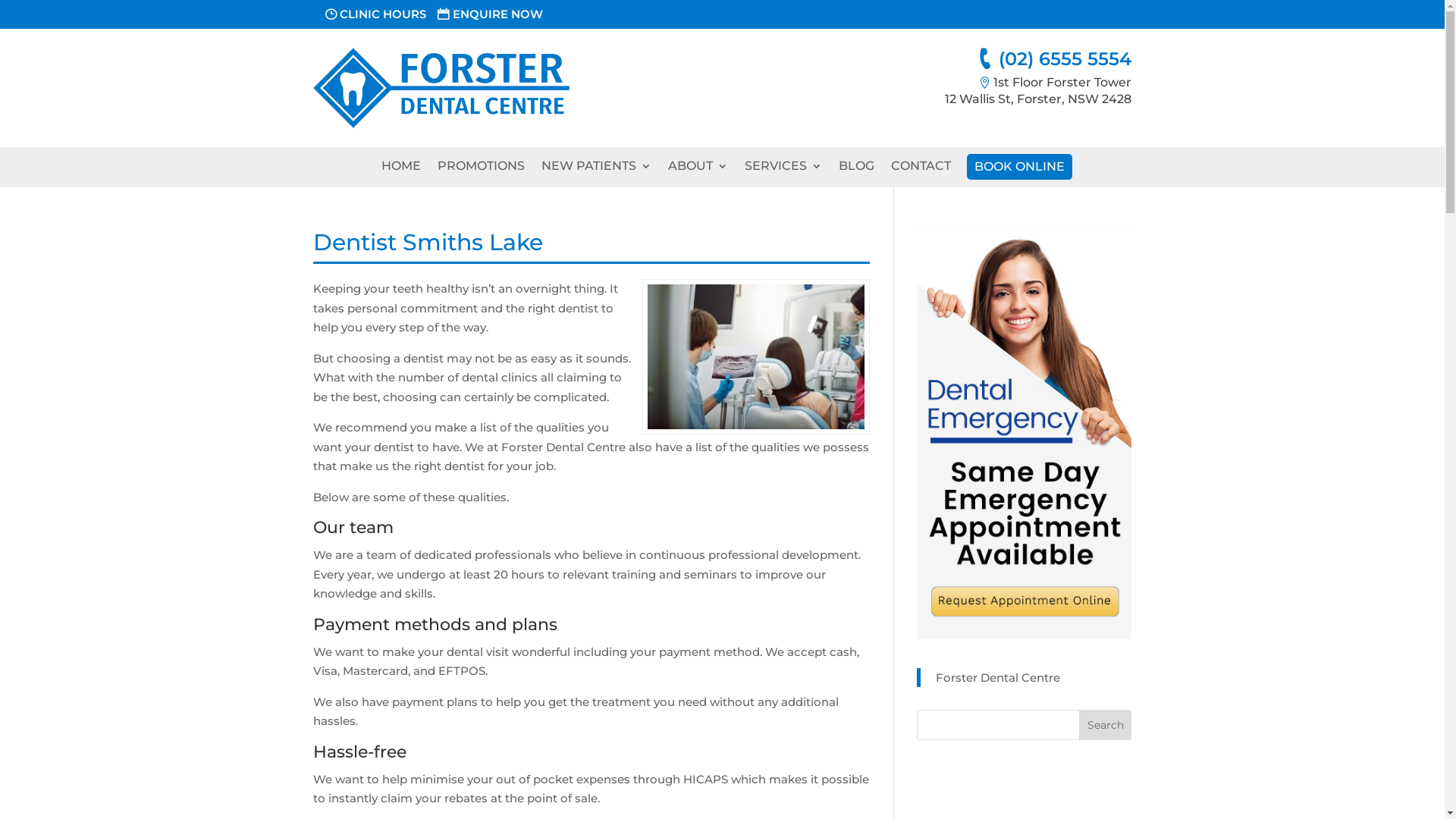  What do you see at coordinates (1106, 724) in the screenshot?
I see `'Search'` at bounding box center [1106, 724].